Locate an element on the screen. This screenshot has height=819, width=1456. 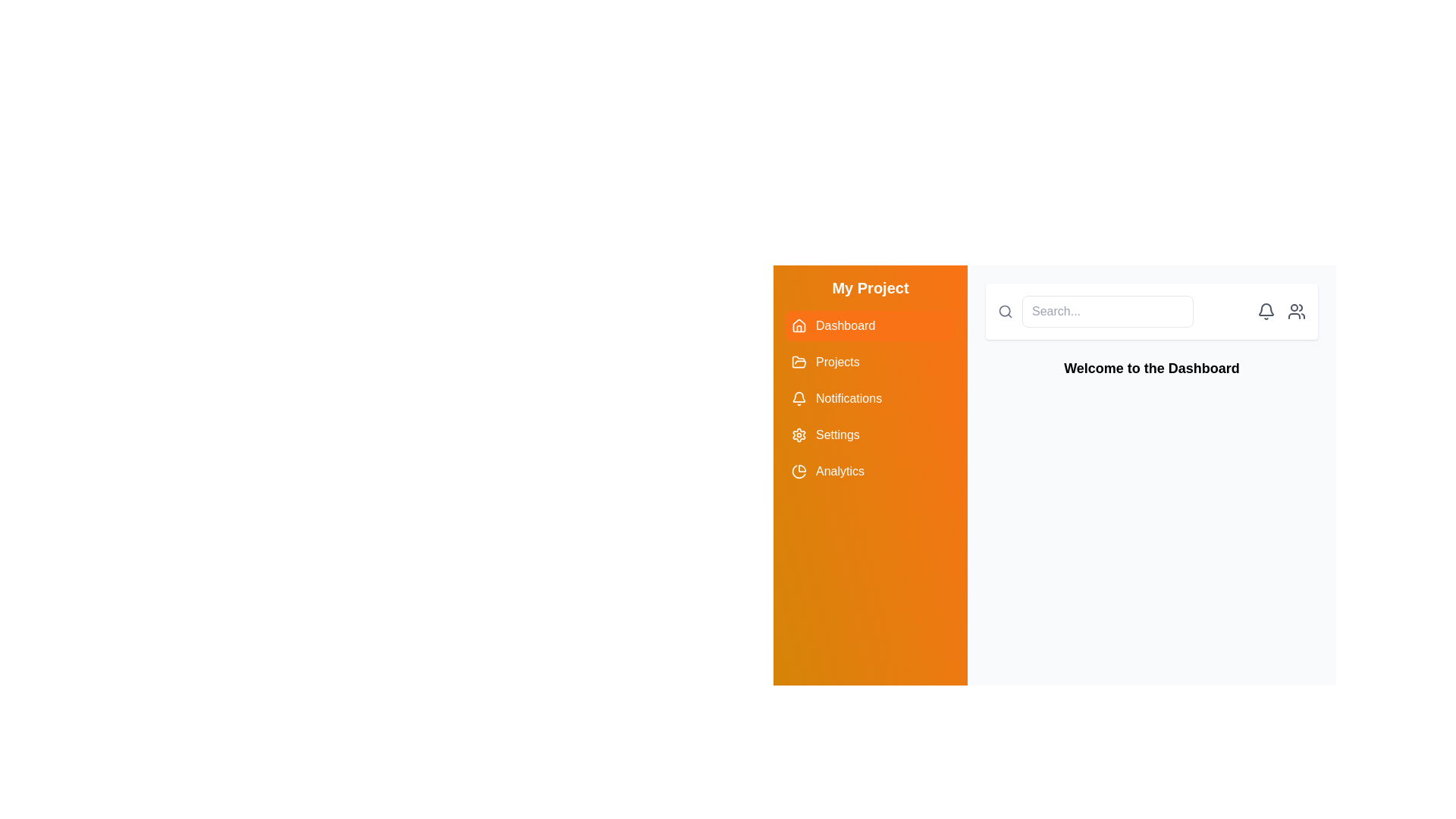
the 'Dashboard' text label styled in white font against an orange background, located in the left menu panel under the 'My Project' title is located at coordinates (845, 325).